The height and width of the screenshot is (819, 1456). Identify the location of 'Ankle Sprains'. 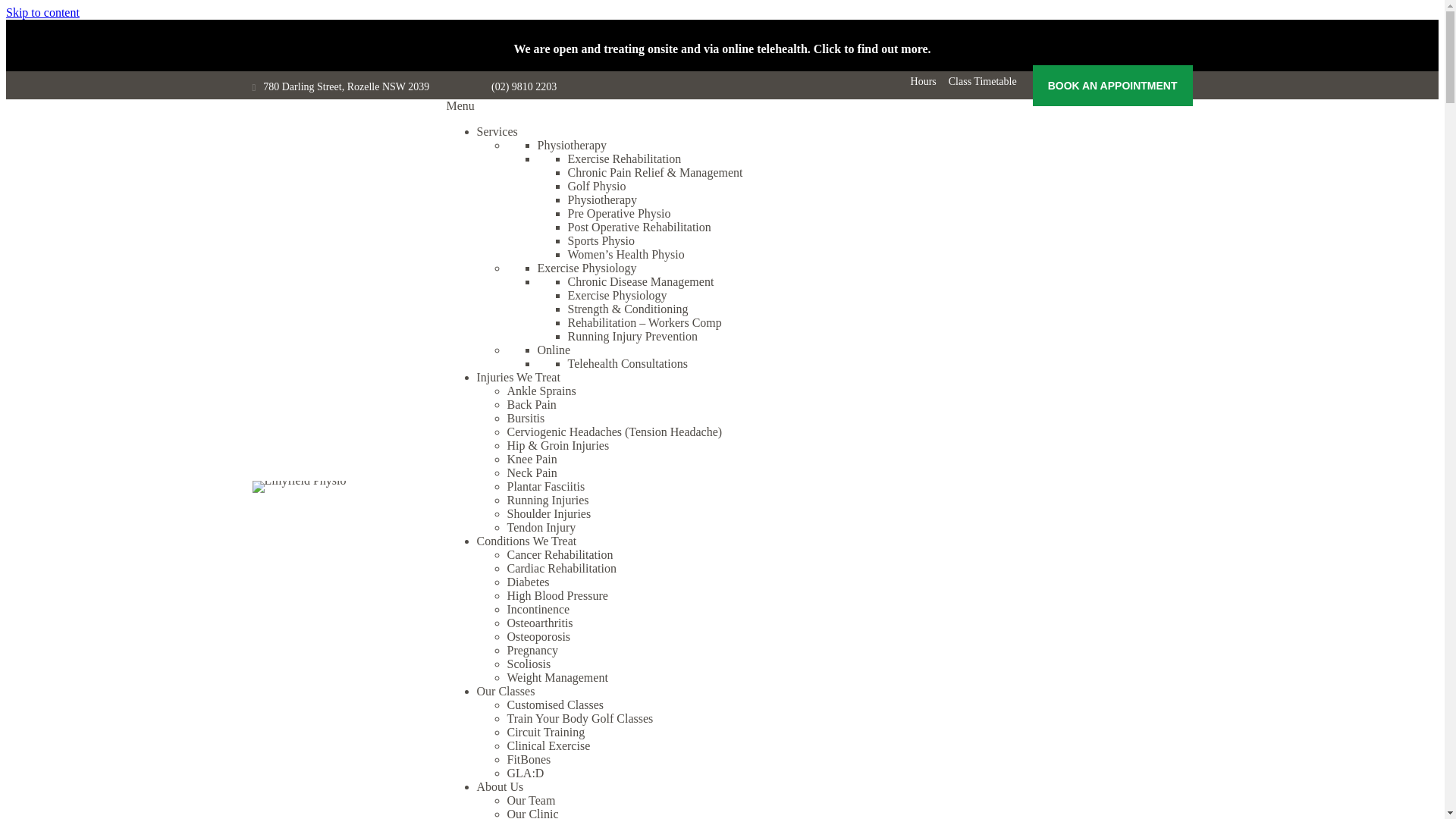
(541, 390).